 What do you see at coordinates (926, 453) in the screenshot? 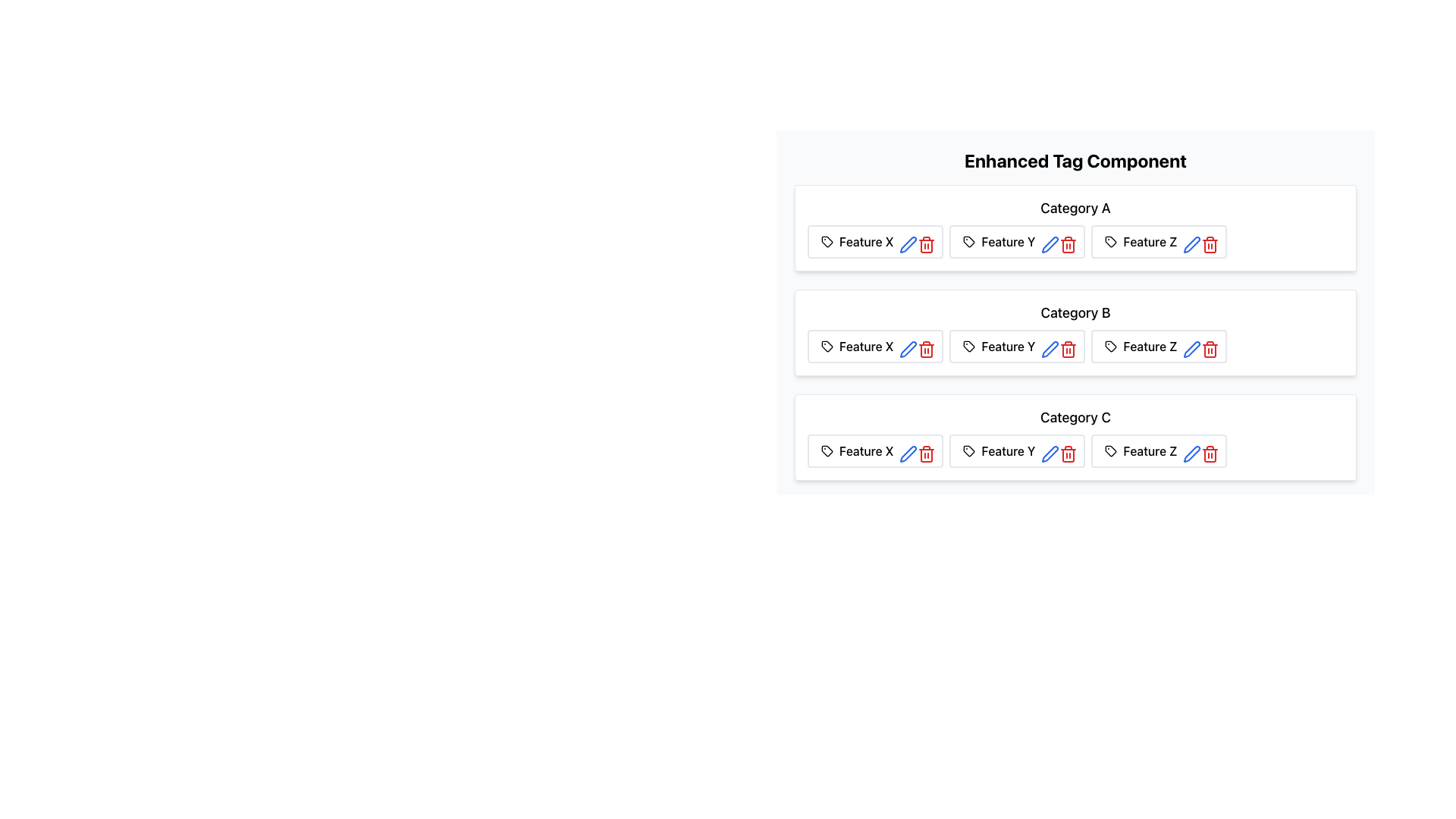
I see `the red trash can icon located in the rightmost section of the 'Feature X' entry within Category C` at bounding box center [926, 453].